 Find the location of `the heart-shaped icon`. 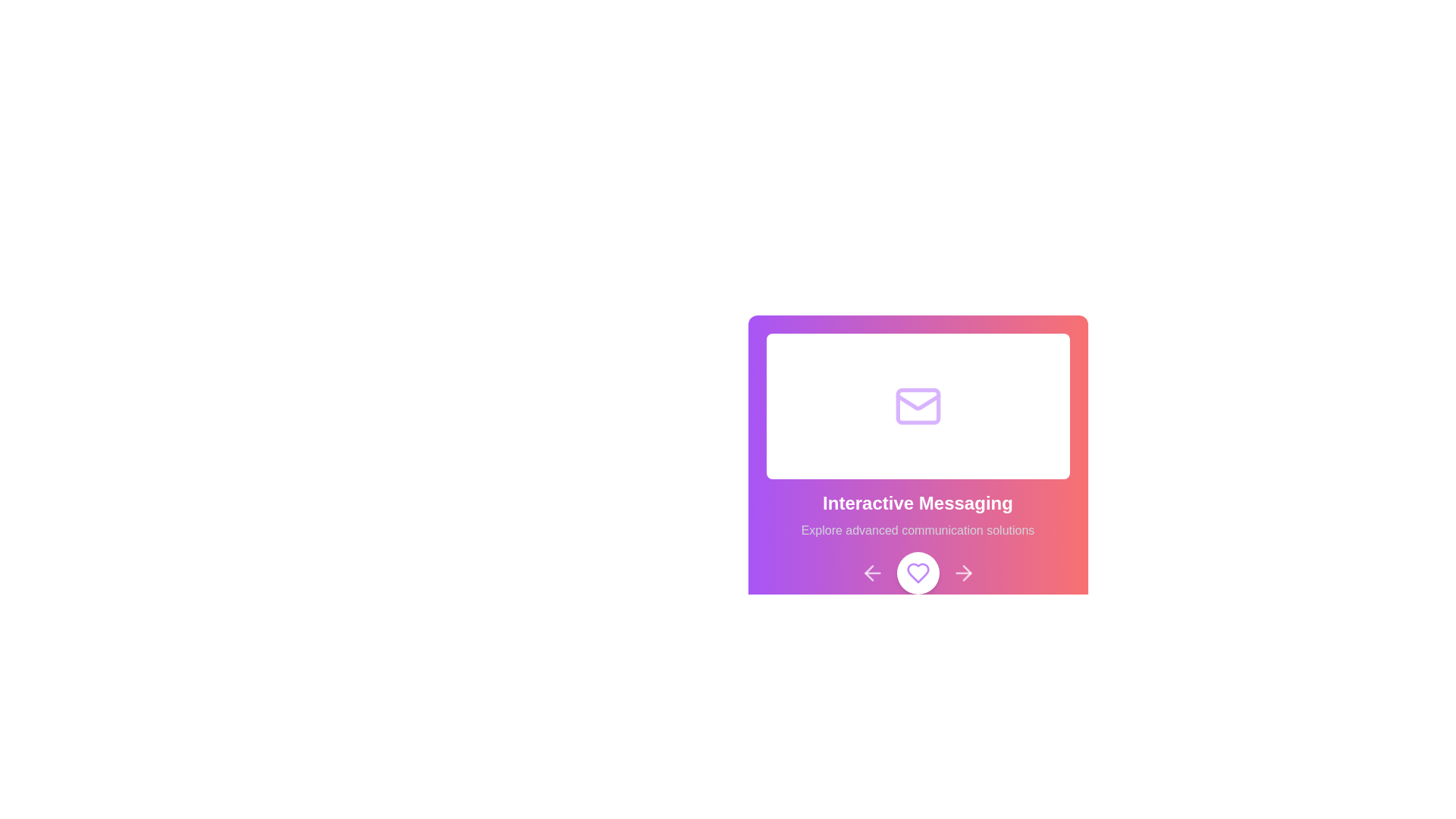

the heart-shaped icon is located at coordinates (917, 573).